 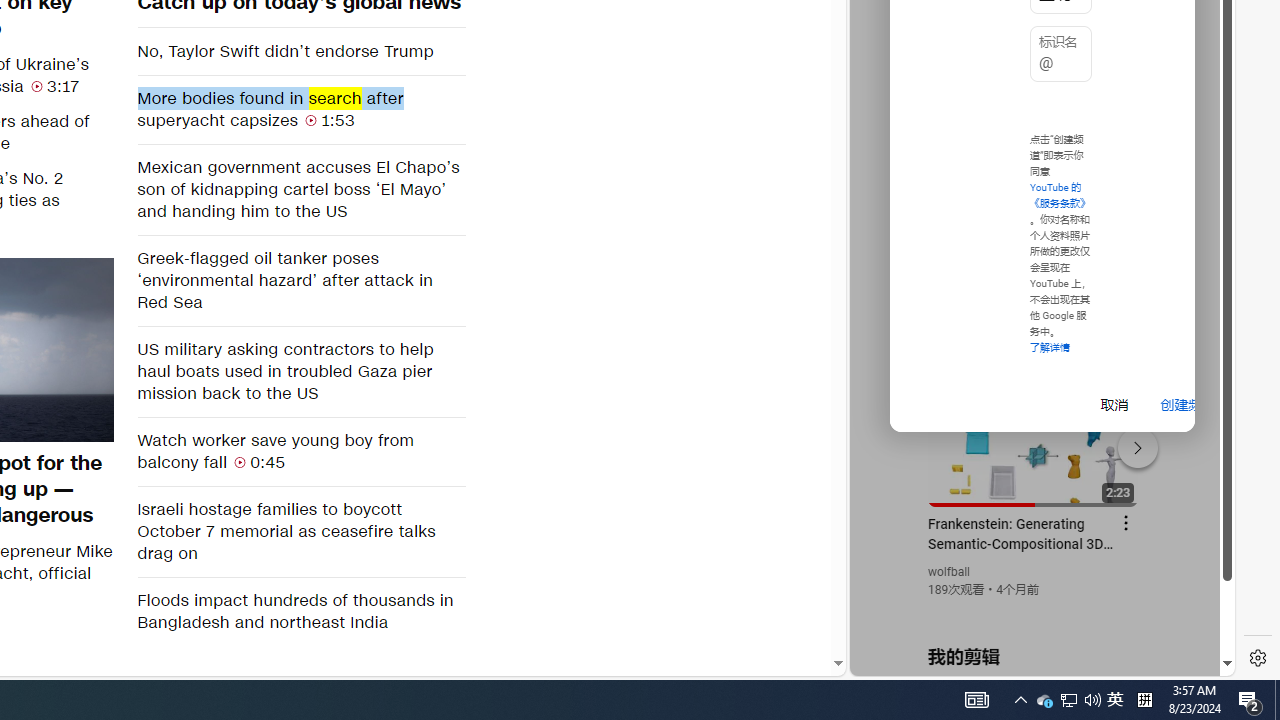 I want to click on 'More bodies found in search after superyacht capsizes 1:53', so click(x=300, y=109).